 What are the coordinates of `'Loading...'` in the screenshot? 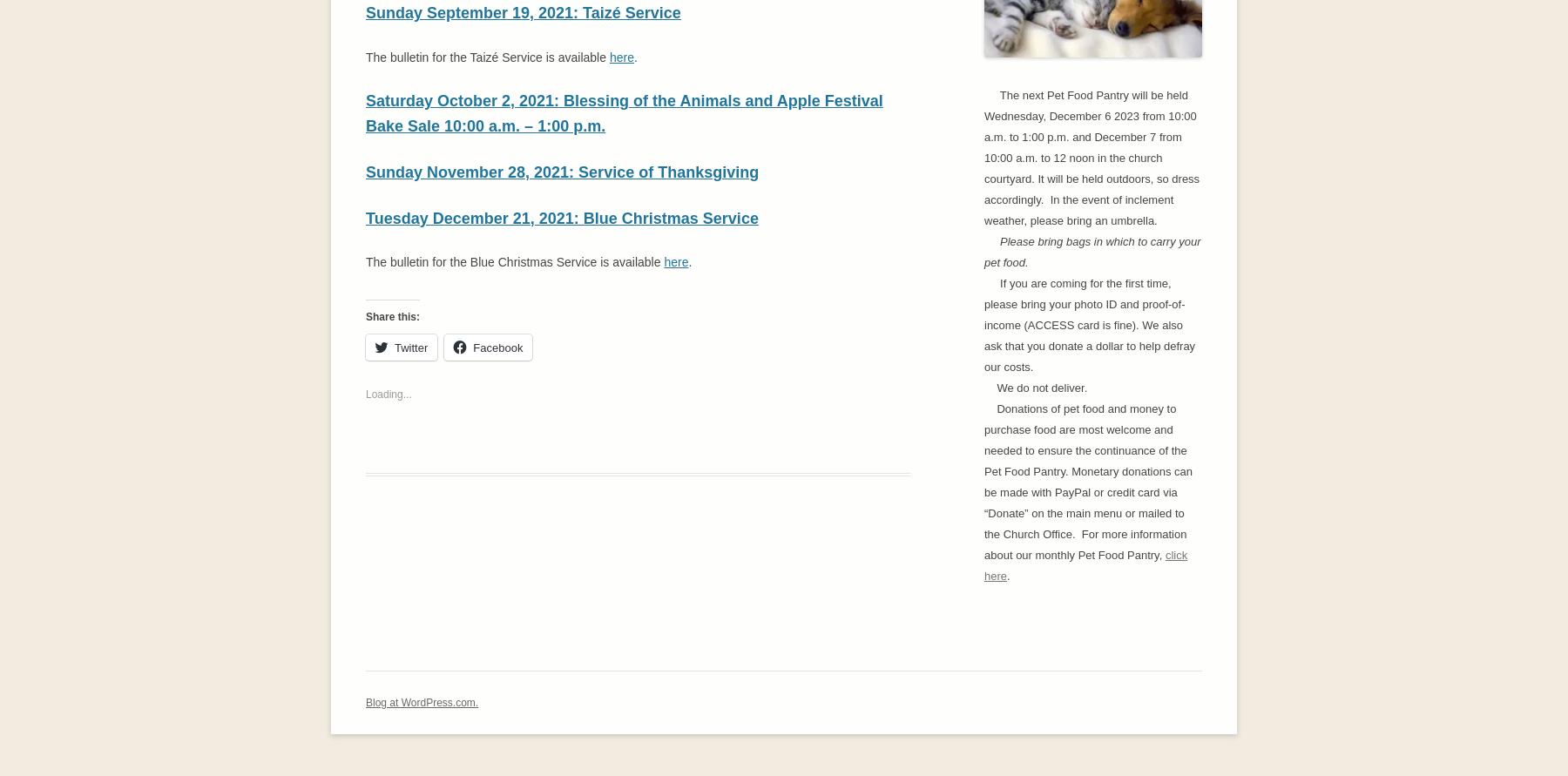 It's located at (389, 393).